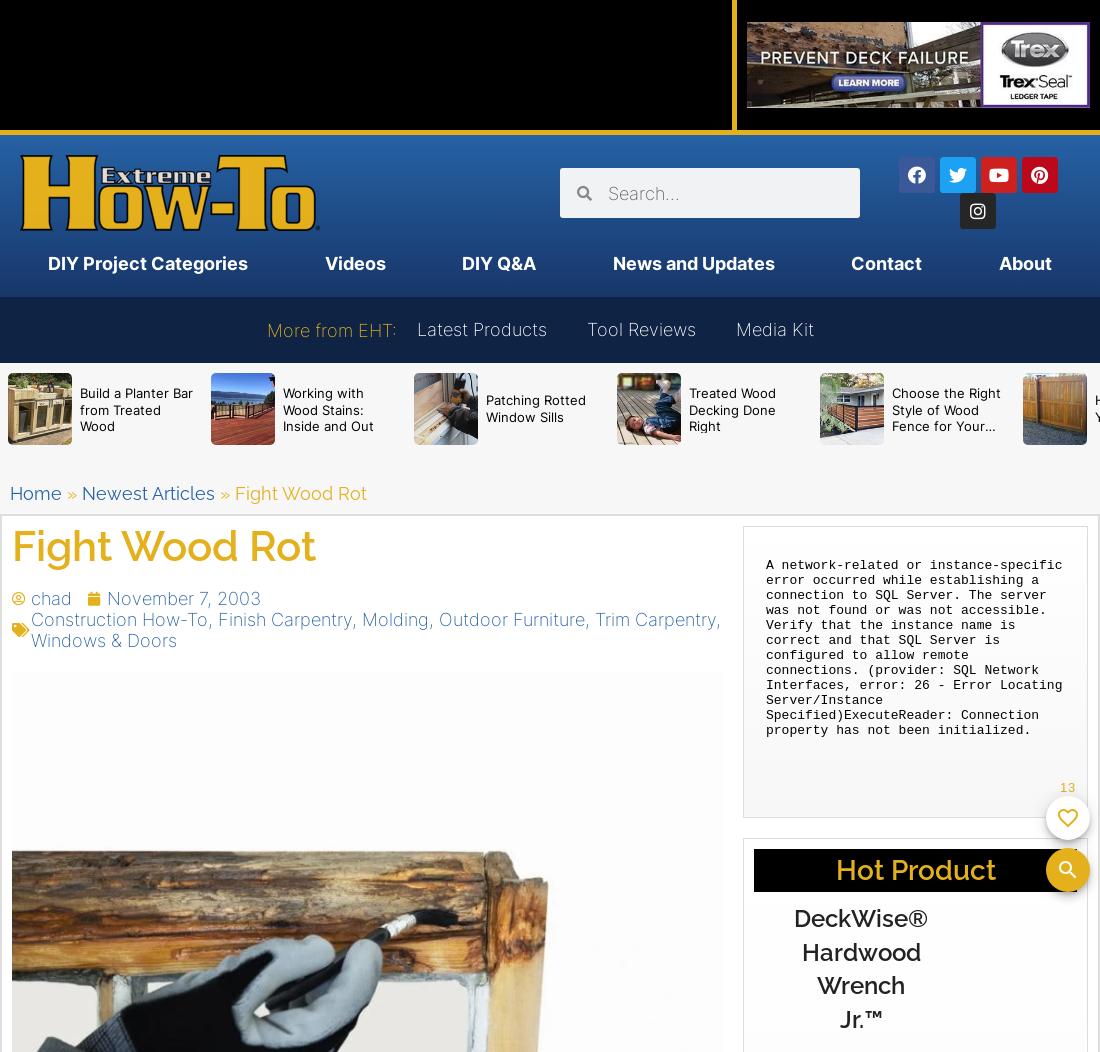 Image resolution: width=1100 pixels, height=1052 pixels. What do you see at coordinates (50, 597) in the screenshot?
I see `'chad'` at bounding box center [50, 597].